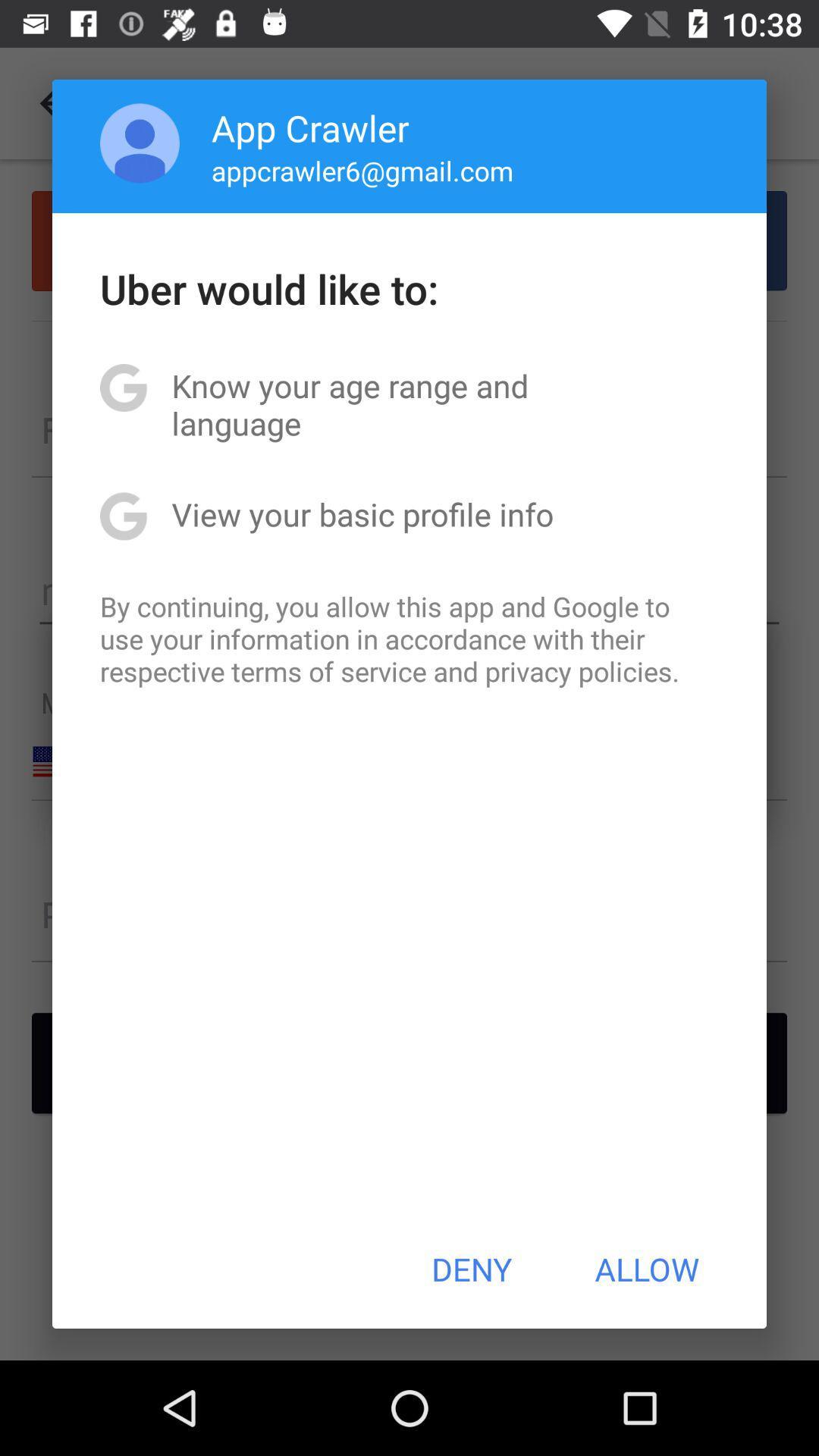  I want to click on the view your basic icon, so click(362, 513).